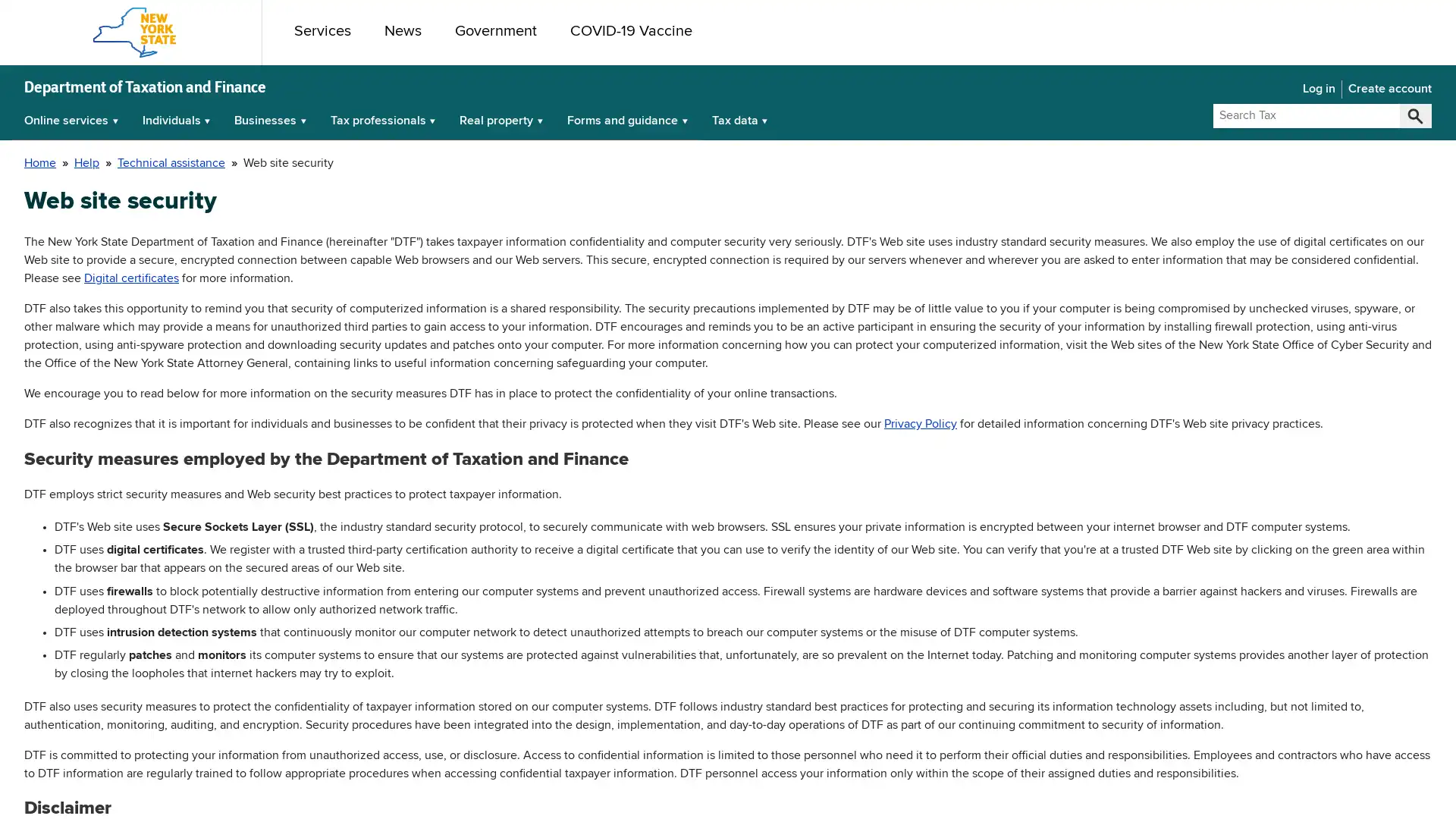 This screenshot has width=1456, height=819. Describe the element at coordinates (1414, 115) in the screenshot. I see `Search Tax` at that location.